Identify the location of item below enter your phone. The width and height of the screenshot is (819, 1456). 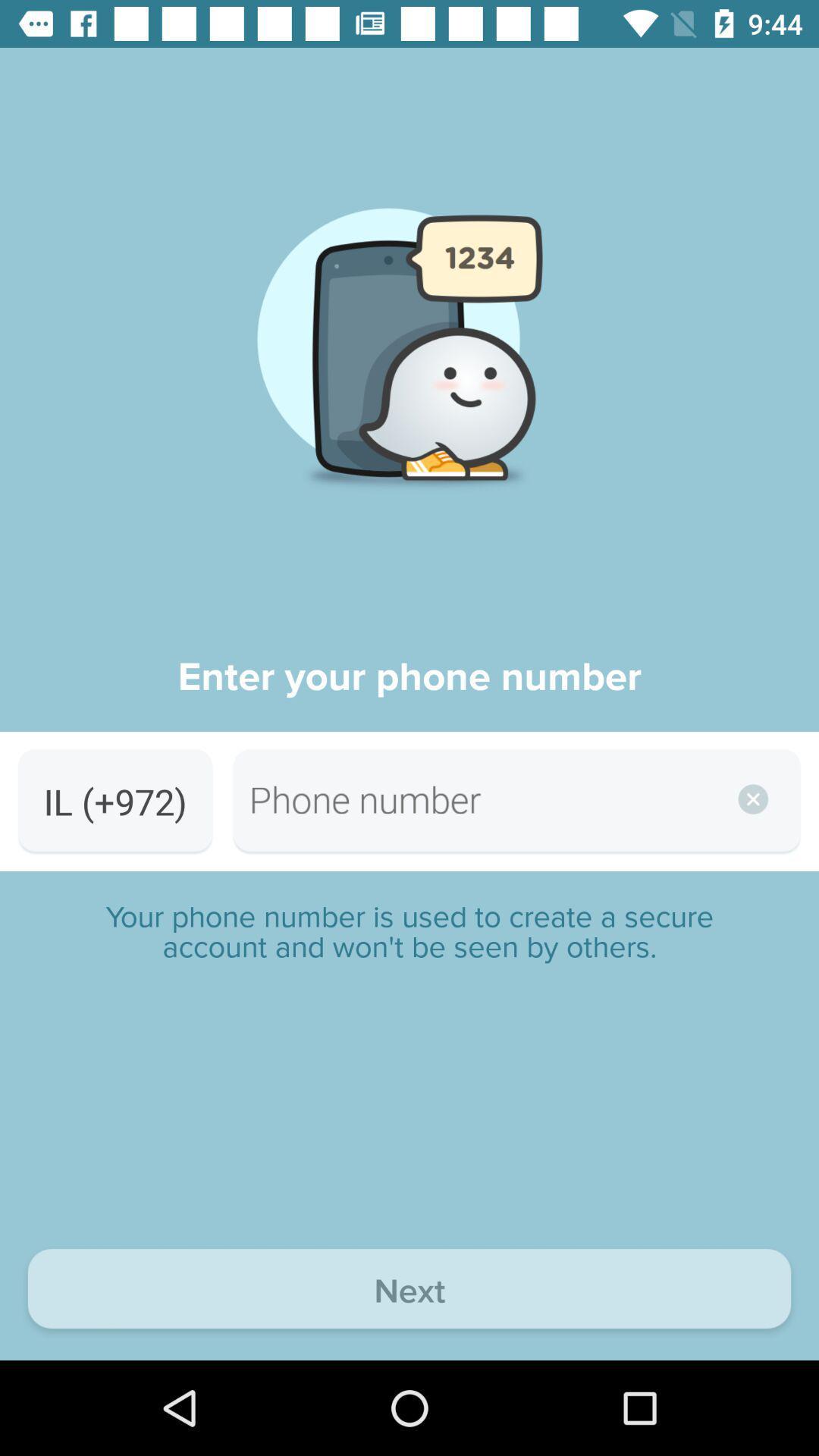
(115, 801).